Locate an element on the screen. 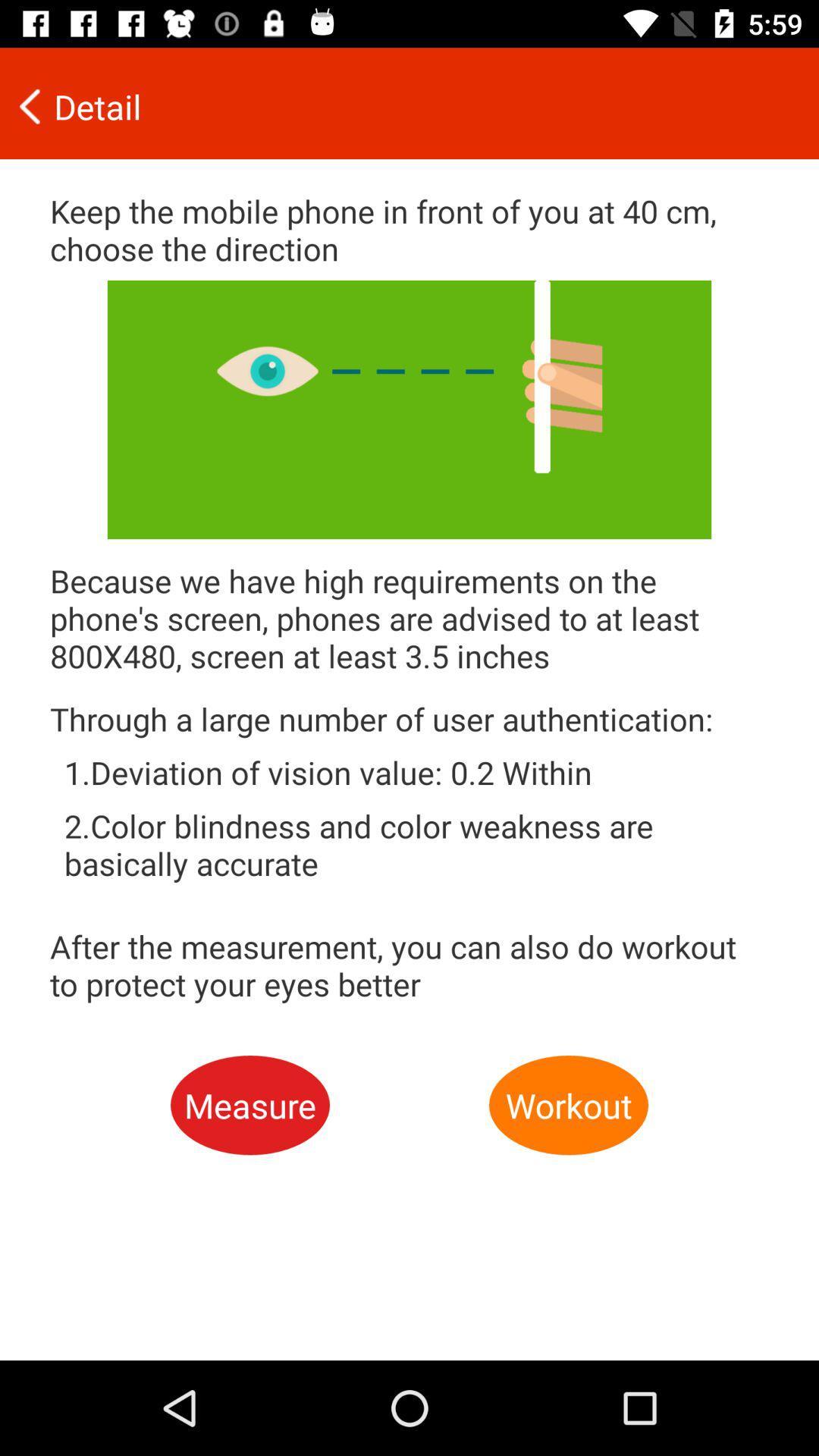  item above the keep the mobile icon is located at coordinates (398, 105).